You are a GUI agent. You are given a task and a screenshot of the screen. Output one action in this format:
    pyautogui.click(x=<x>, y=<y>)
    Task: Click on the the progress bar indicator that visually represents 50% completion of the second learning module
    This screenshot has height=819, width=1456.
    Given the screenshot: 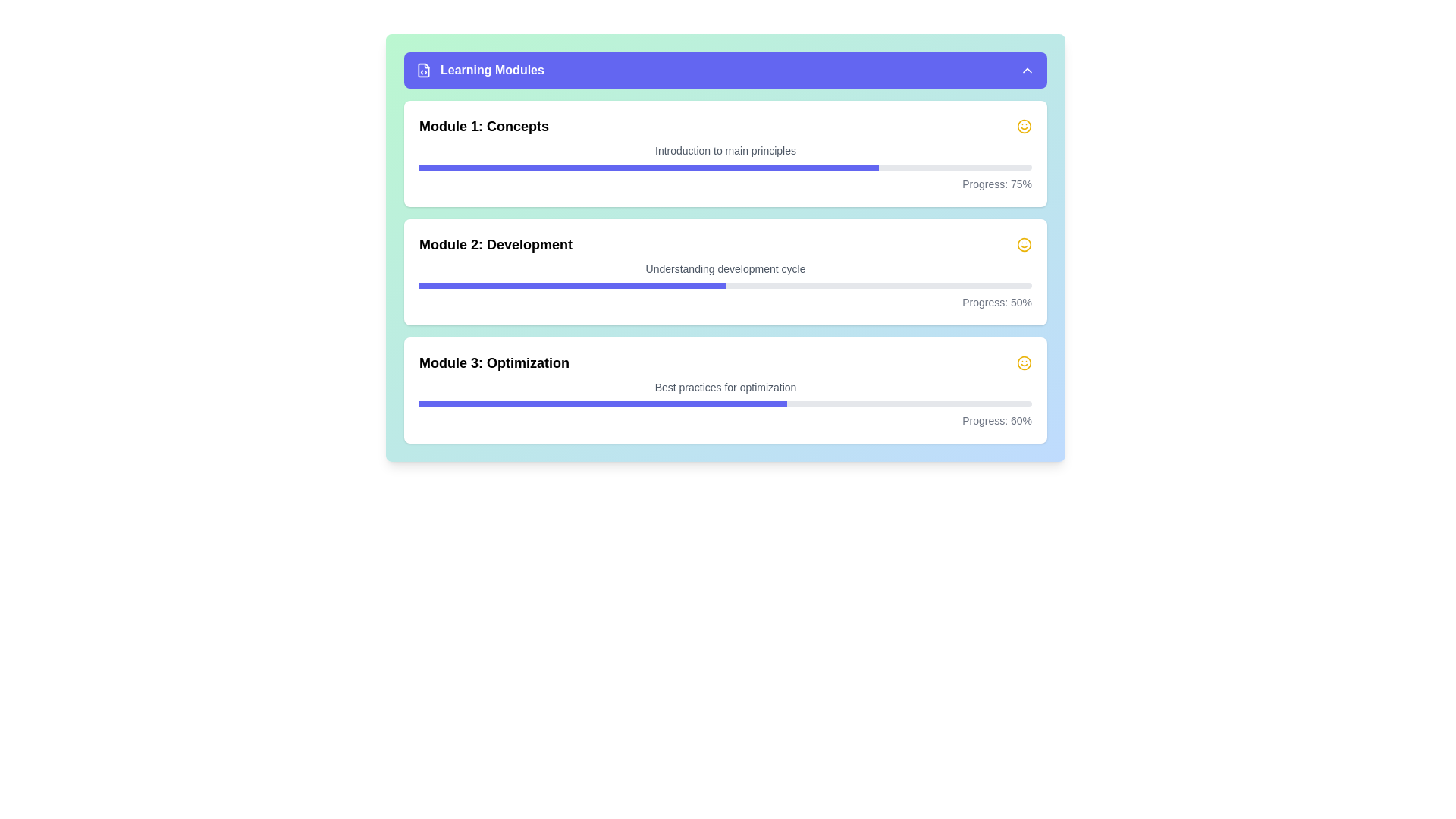 What is the action you would take?
    pyautogui.click(x=571, y=286)
    